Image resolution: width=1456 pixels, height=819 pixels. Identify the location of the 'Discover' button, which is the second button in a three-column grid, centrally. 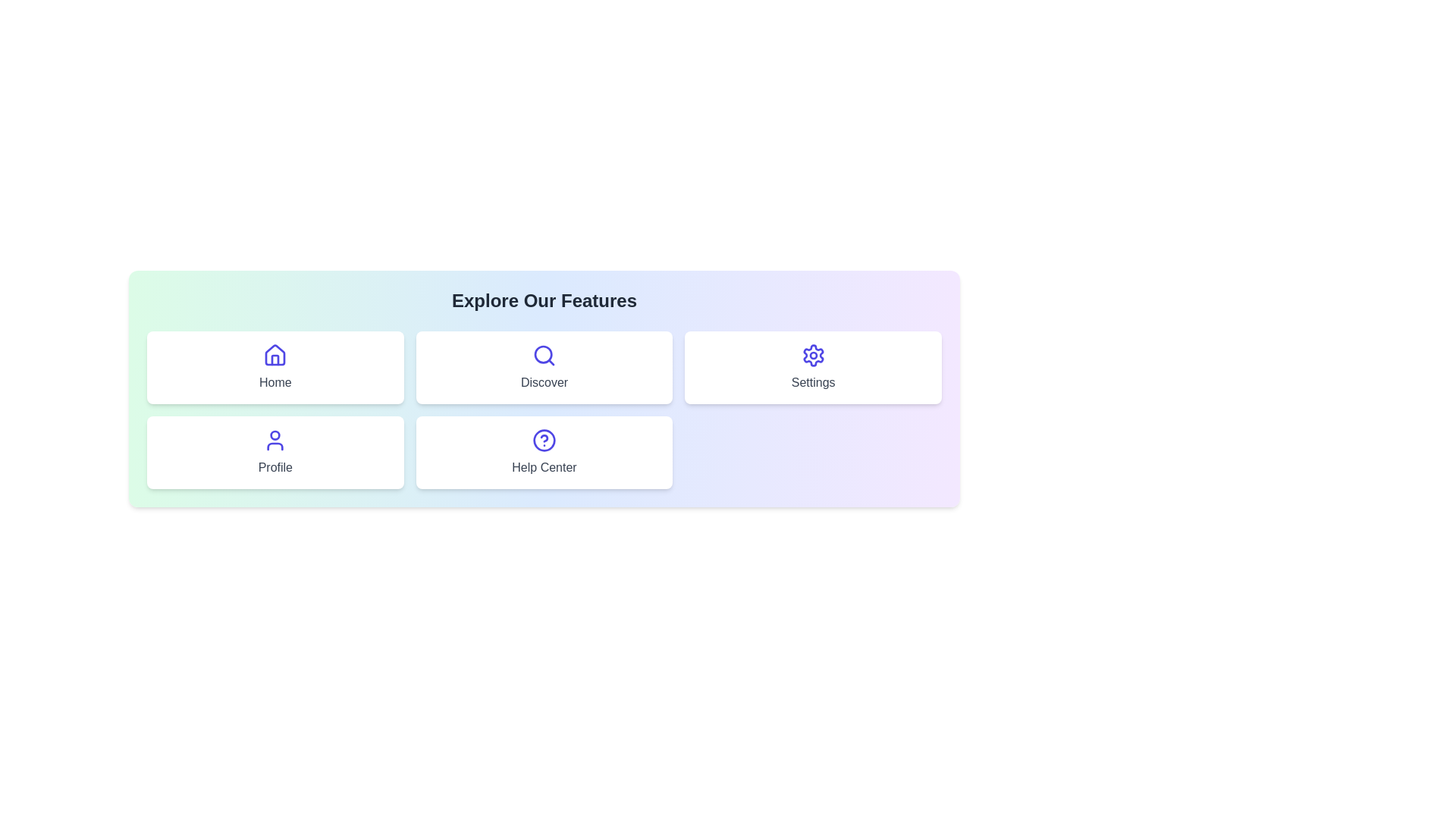
(544, 368).